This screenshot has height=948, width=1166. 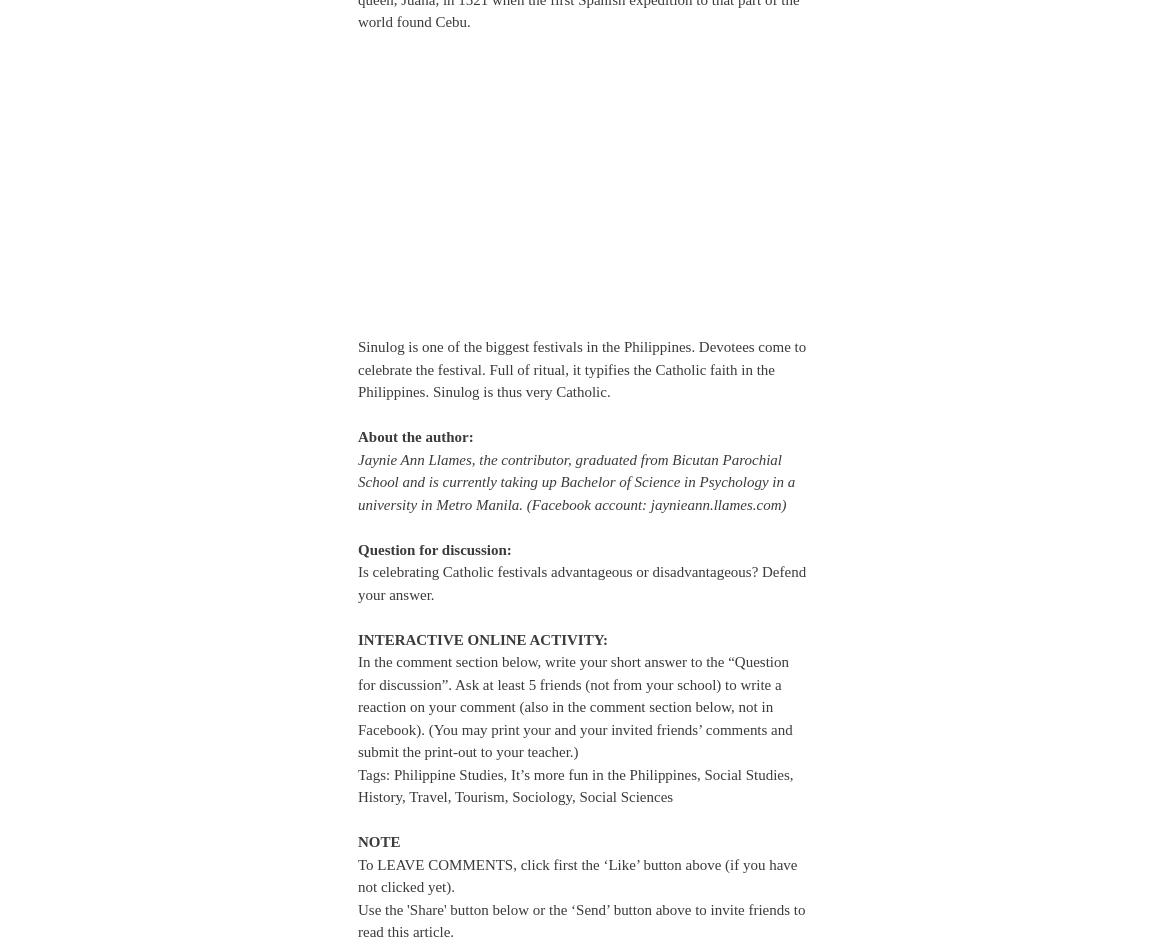 What do you see at coordinates (378, 841) in the screenshot?
I see `'NOTE'` at bounding box center [378, 841].